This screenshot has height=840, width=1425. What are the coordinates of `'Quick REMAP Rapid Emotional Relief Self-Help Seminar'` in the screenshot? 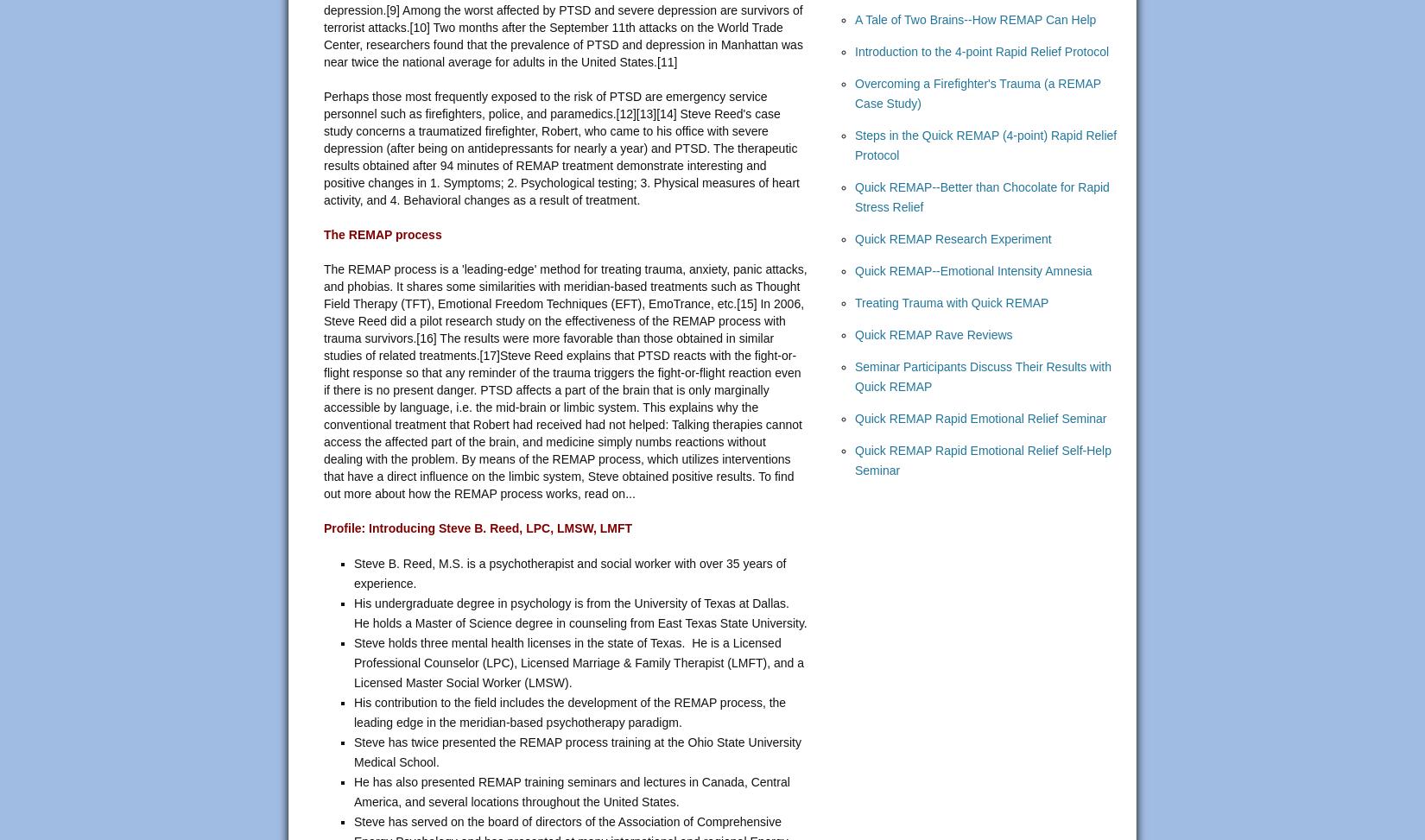 It's located at (855, 459).